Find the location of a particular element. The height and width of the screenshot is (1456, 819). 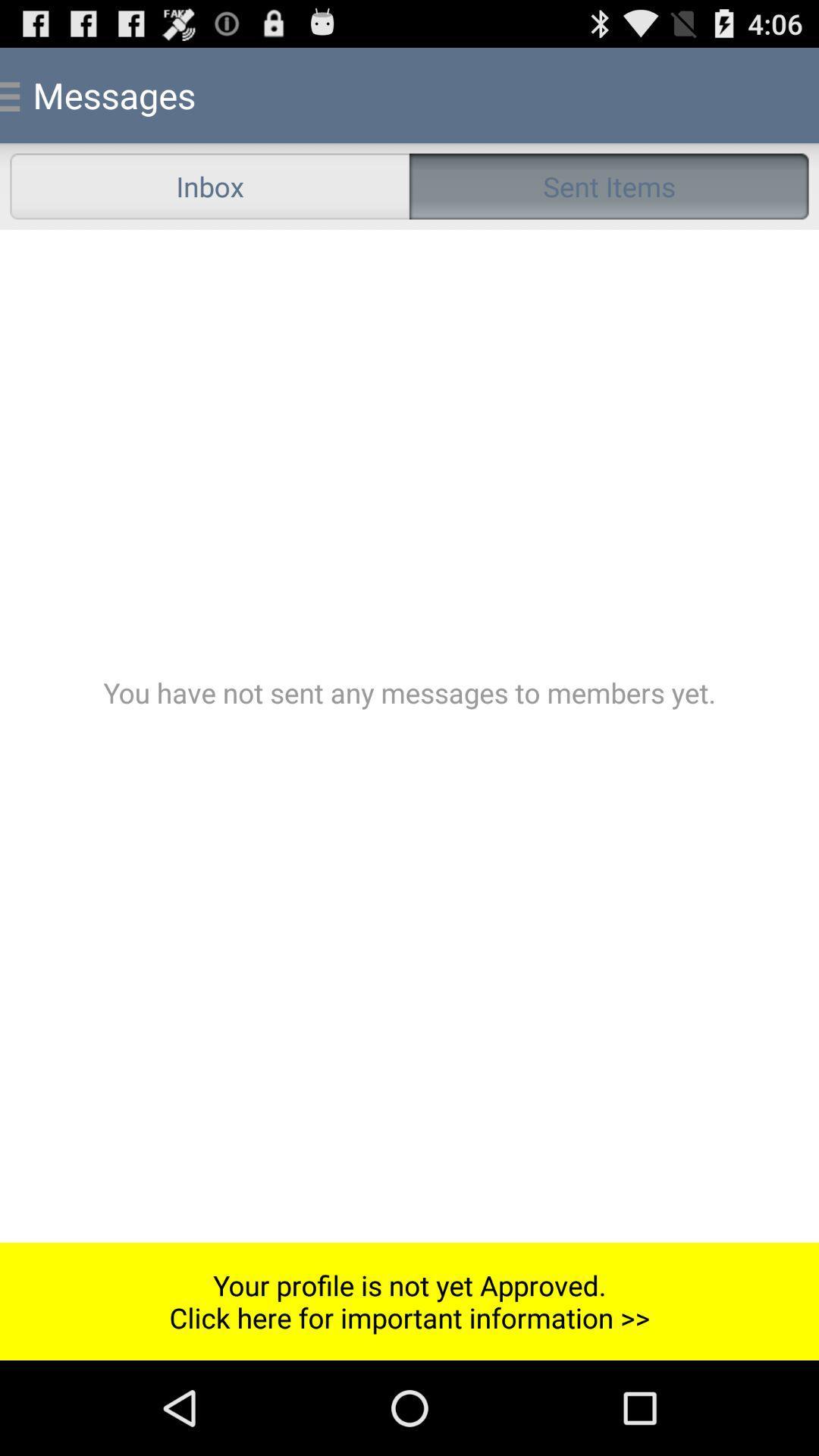

inbox item is located at coordinates (209, 185).